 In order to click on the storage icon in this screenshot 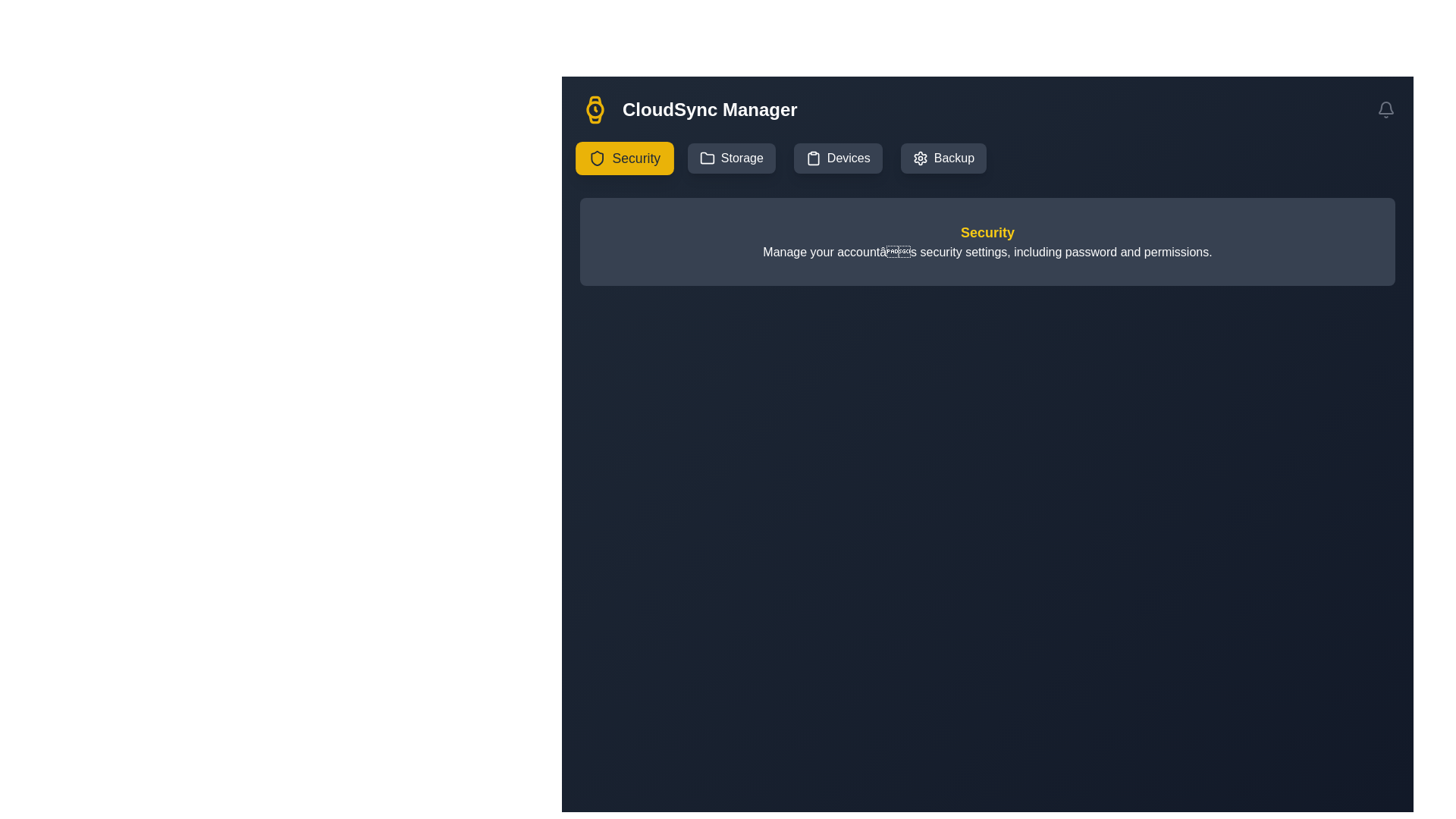, I will do `click(706, 158)`.